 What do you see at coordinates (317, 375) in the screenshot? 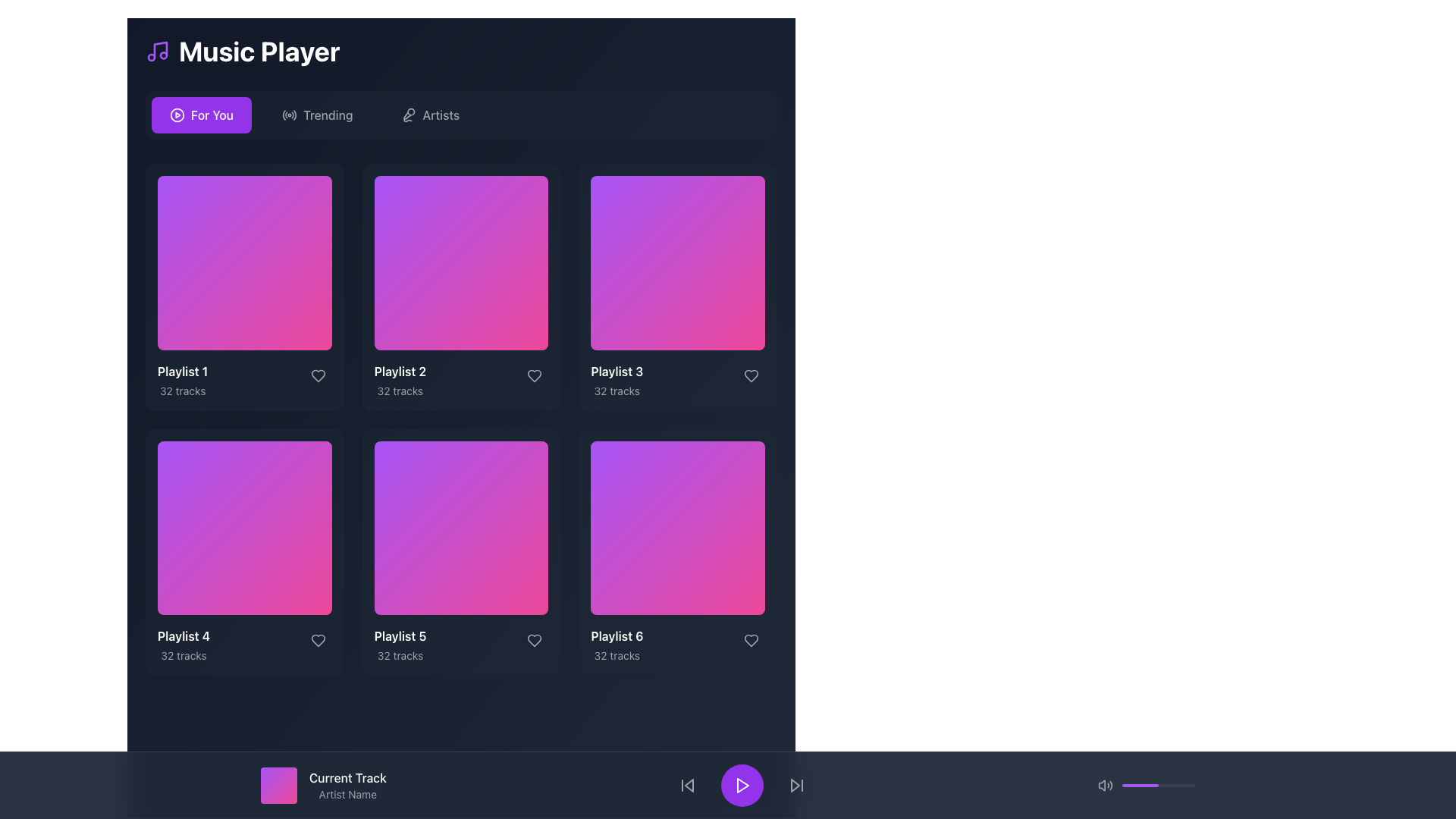
I see `the heart-shaped icon button located at the bottom right corner of the 'Playlist 2' card` at bounding box center [317, 375].